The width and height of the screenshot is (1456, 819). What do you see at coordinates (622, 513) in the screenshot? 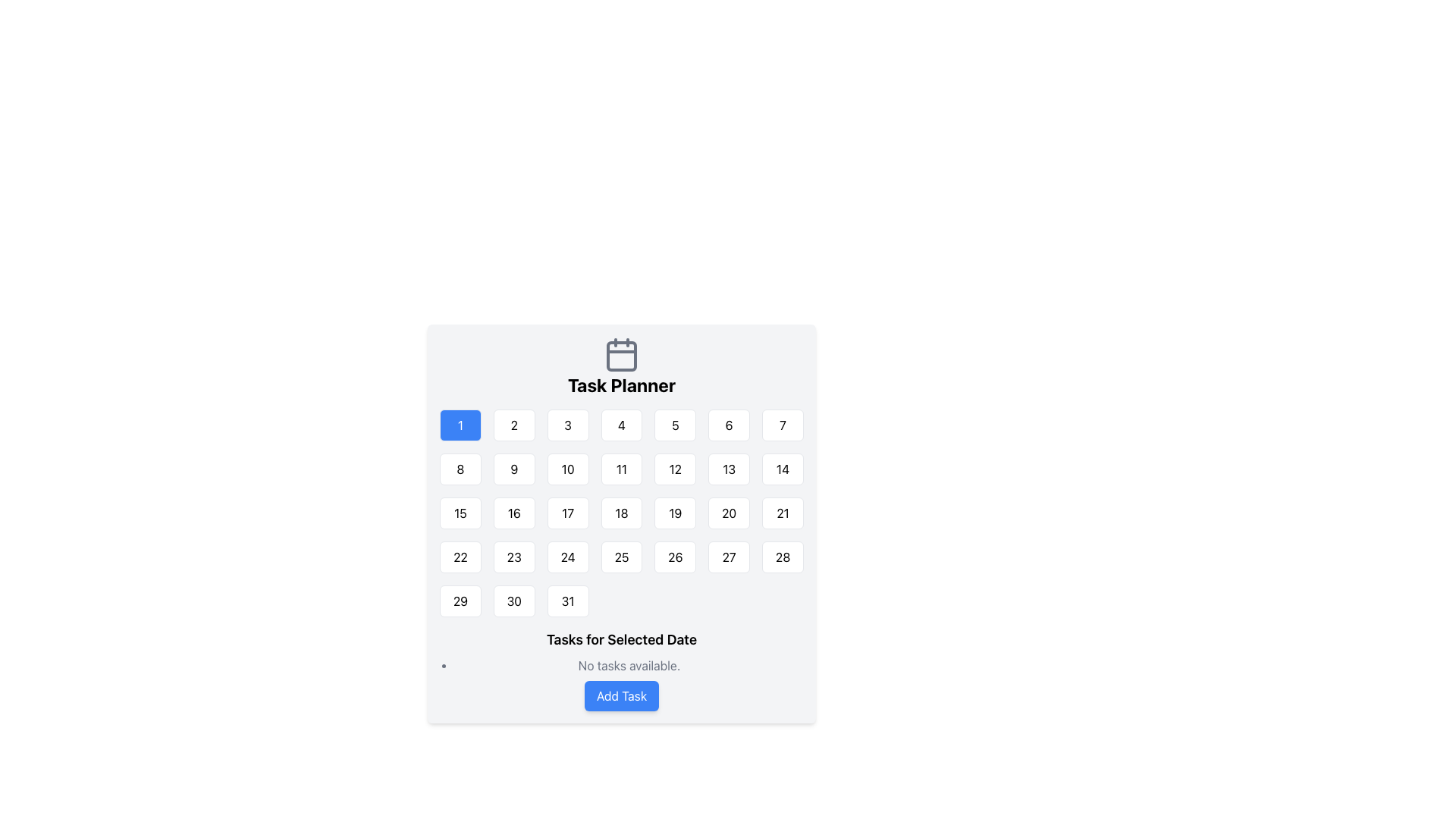
I see `the mouse` at bounding box center [622, 513].